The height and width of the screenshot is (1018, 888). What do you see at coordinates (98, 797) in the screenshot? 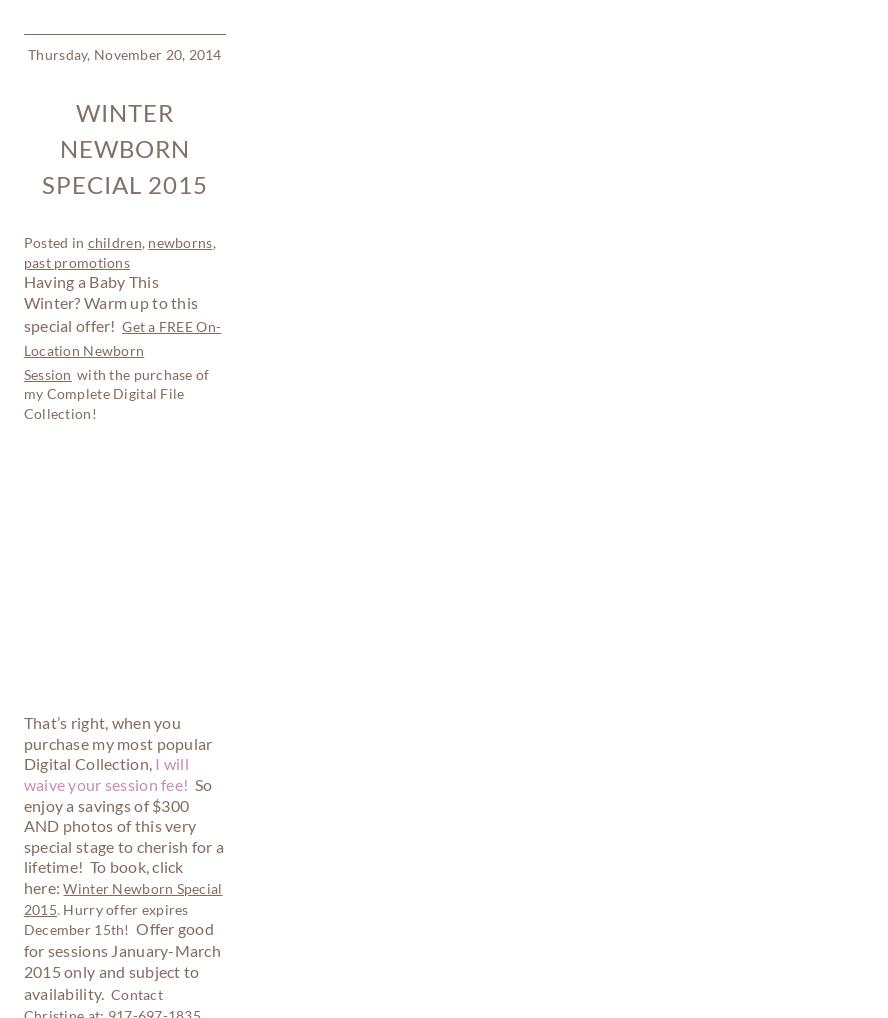
I see `'past promotions'` at bounding box center [98, 797].